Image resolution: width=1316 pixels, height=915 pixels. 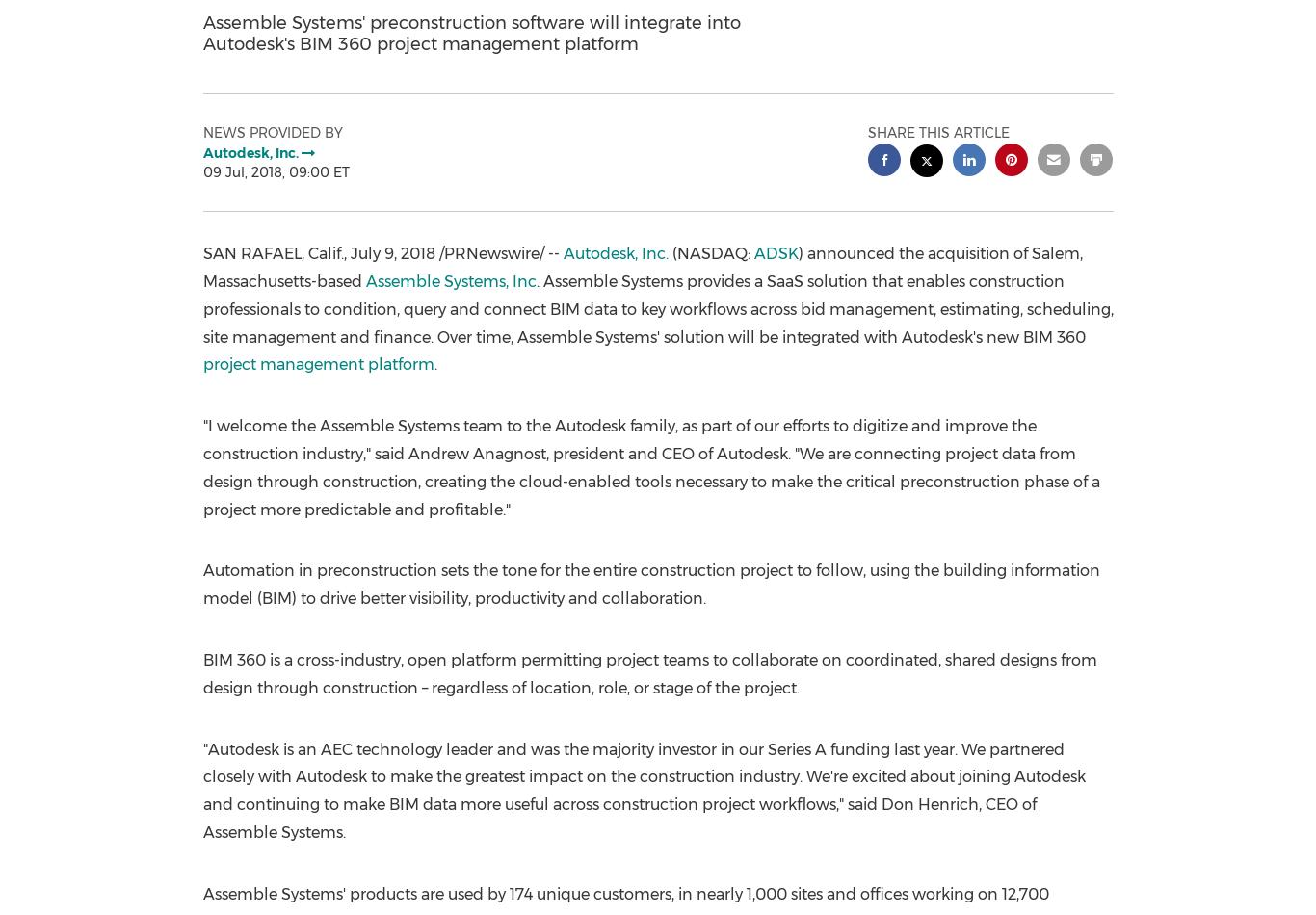 What do you see at coordinates (336, 279) in the screenshot?
I see `'-based'` at bounding box center [336, 279].